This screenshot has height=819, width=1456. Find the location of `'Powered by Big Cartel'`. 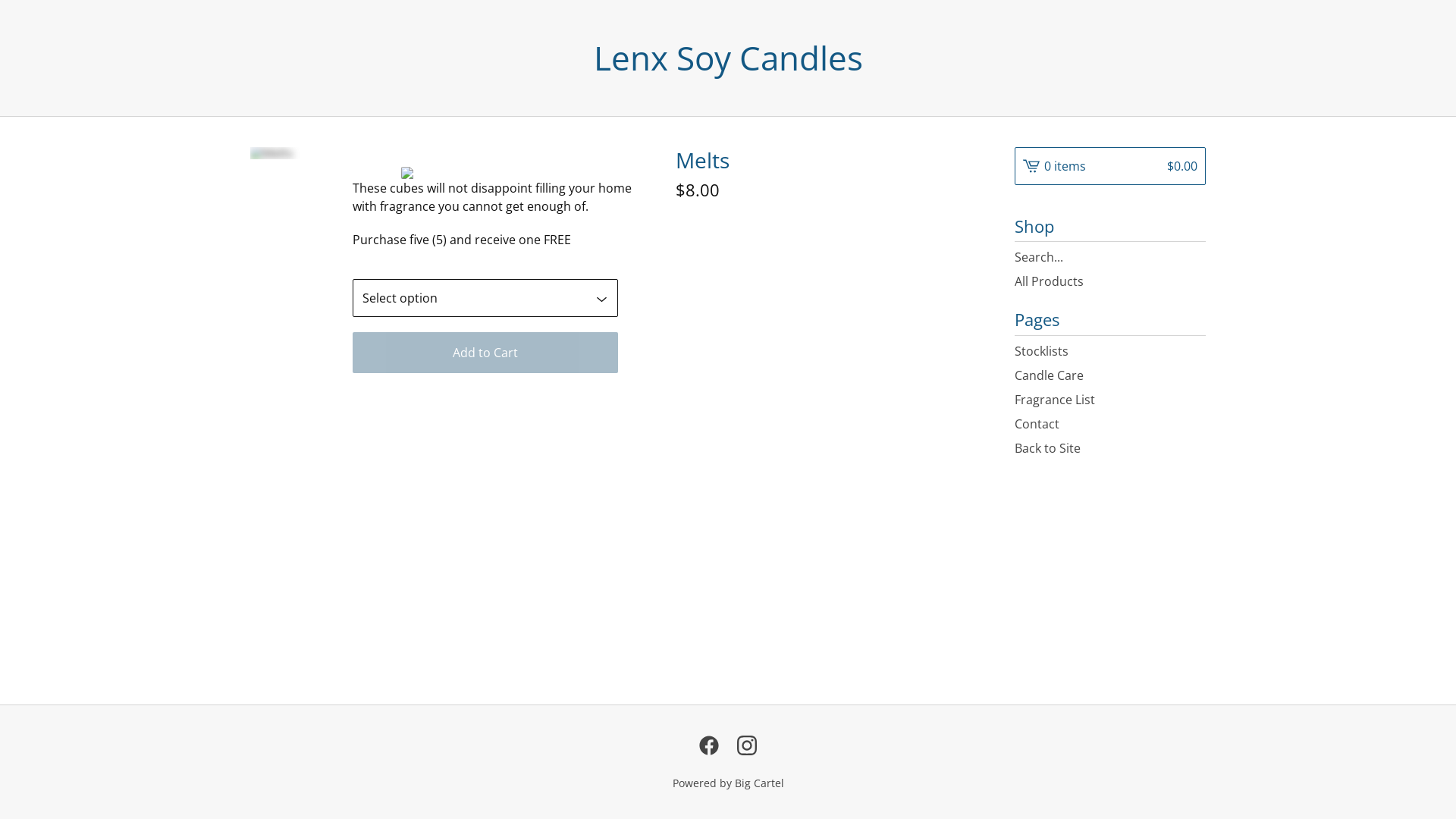

'Powered by Big Cartel' is located at coordinates (726, 783).